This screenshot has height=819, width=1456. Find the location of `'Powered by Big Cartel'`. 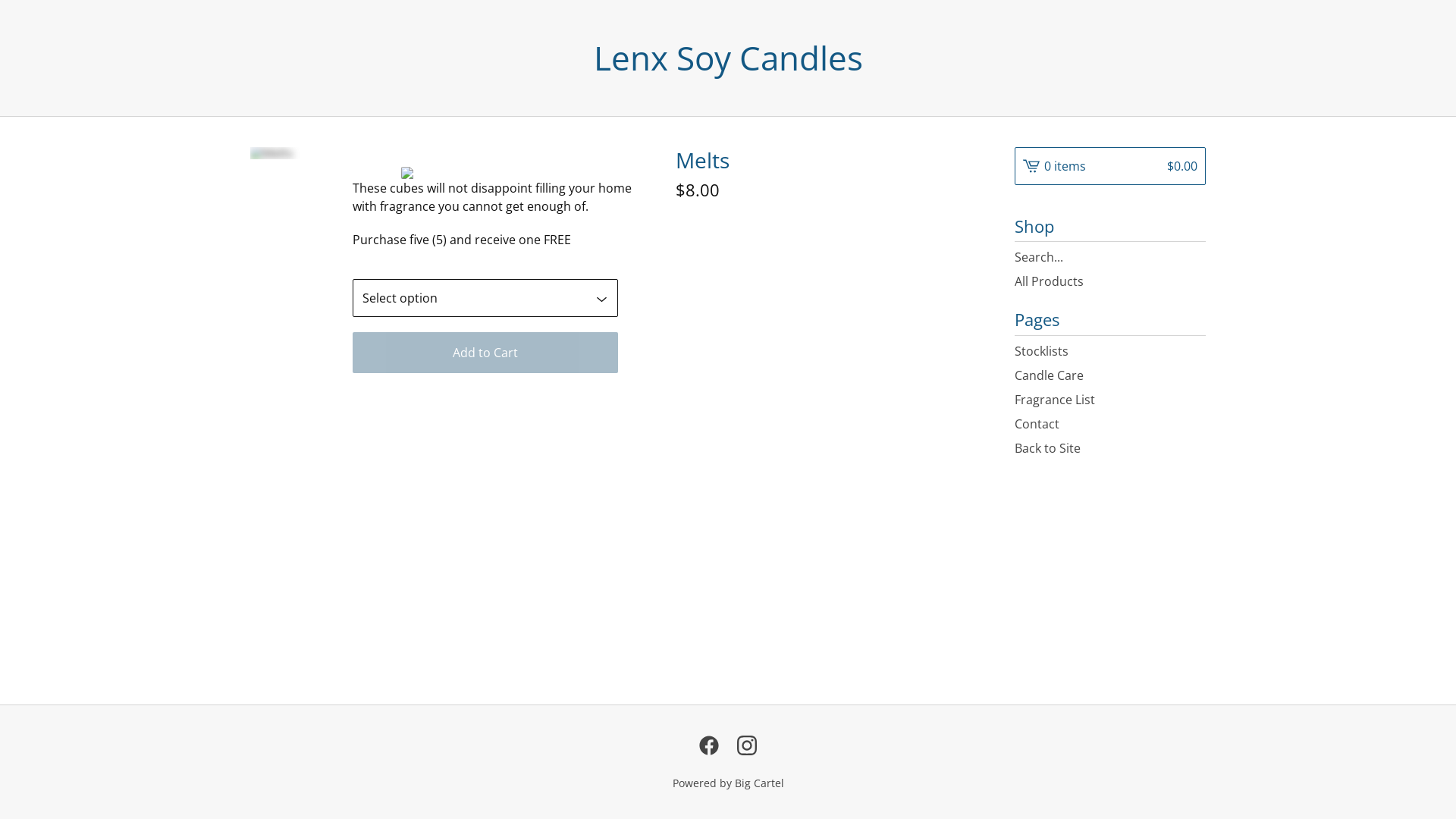

'Powered by Big Cartel' is located at coordinates (726, 783).